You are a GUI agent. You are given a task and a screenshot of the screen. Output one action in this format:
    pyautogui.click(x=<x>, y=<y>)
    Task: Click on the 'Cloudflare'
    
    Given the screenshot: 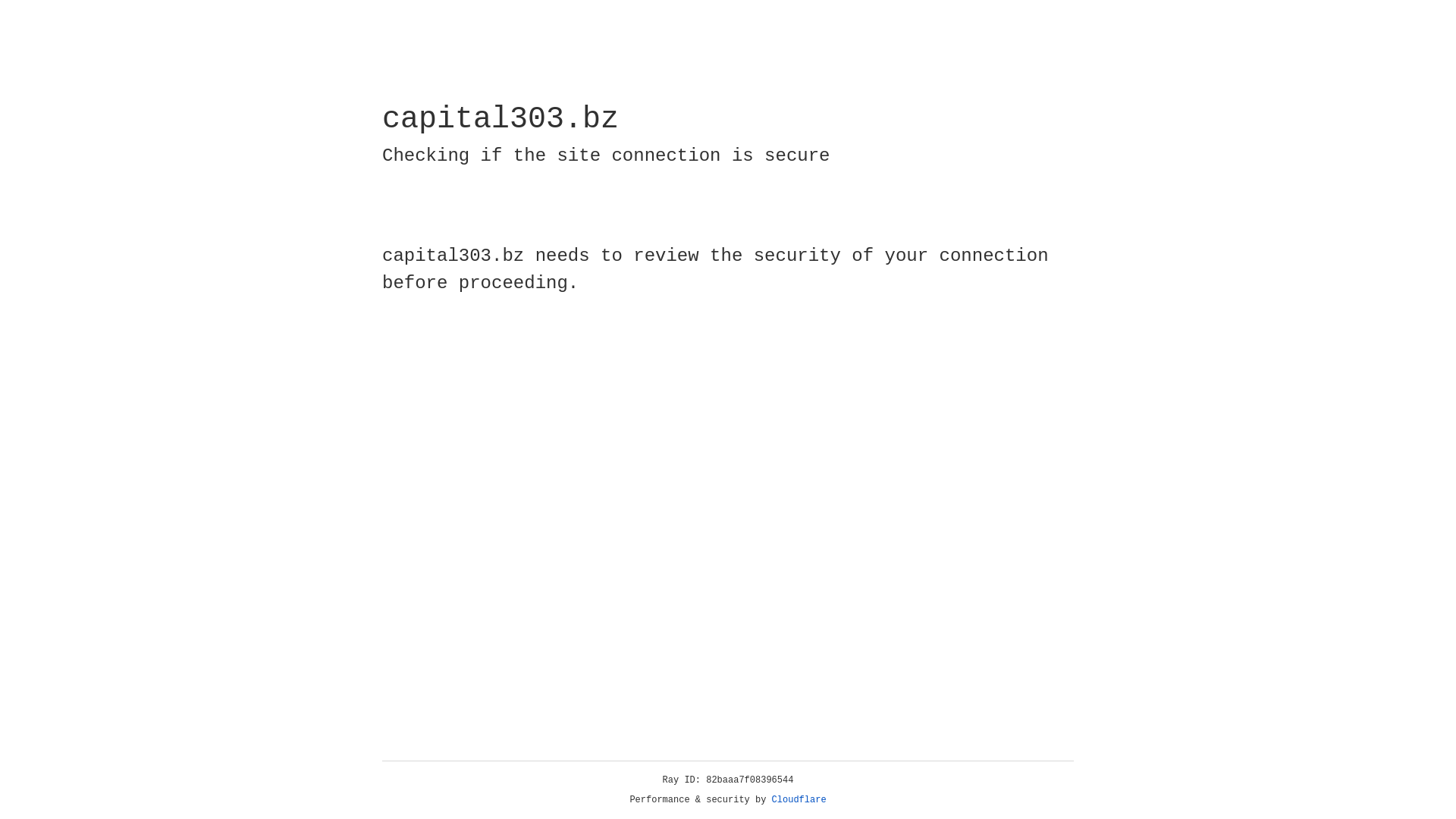 What is the action you would take?
    pyautogui.click(x=799, y=799)
    